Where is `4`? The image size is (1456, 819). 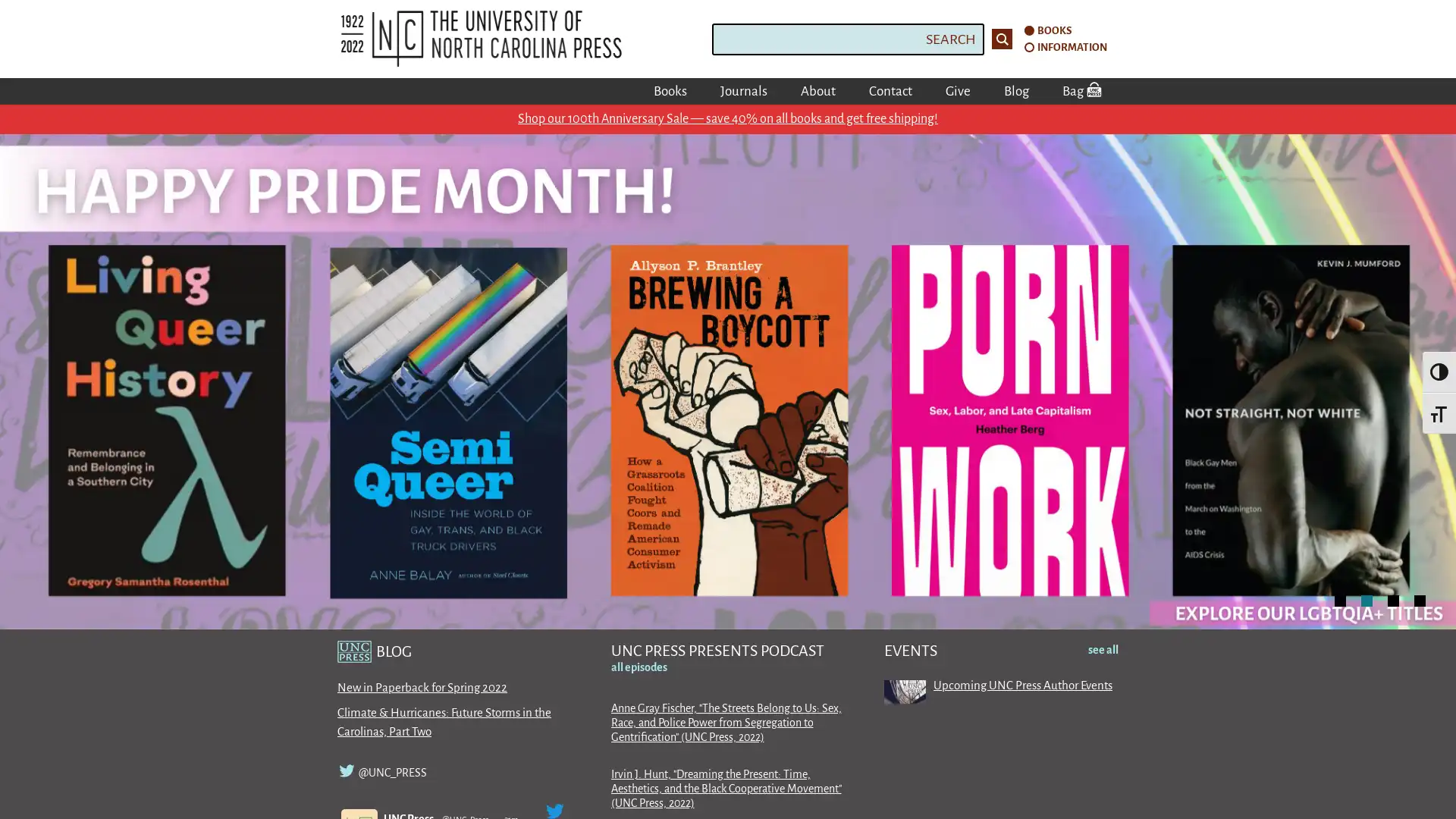 4 is located at coordinates (1419, 599).